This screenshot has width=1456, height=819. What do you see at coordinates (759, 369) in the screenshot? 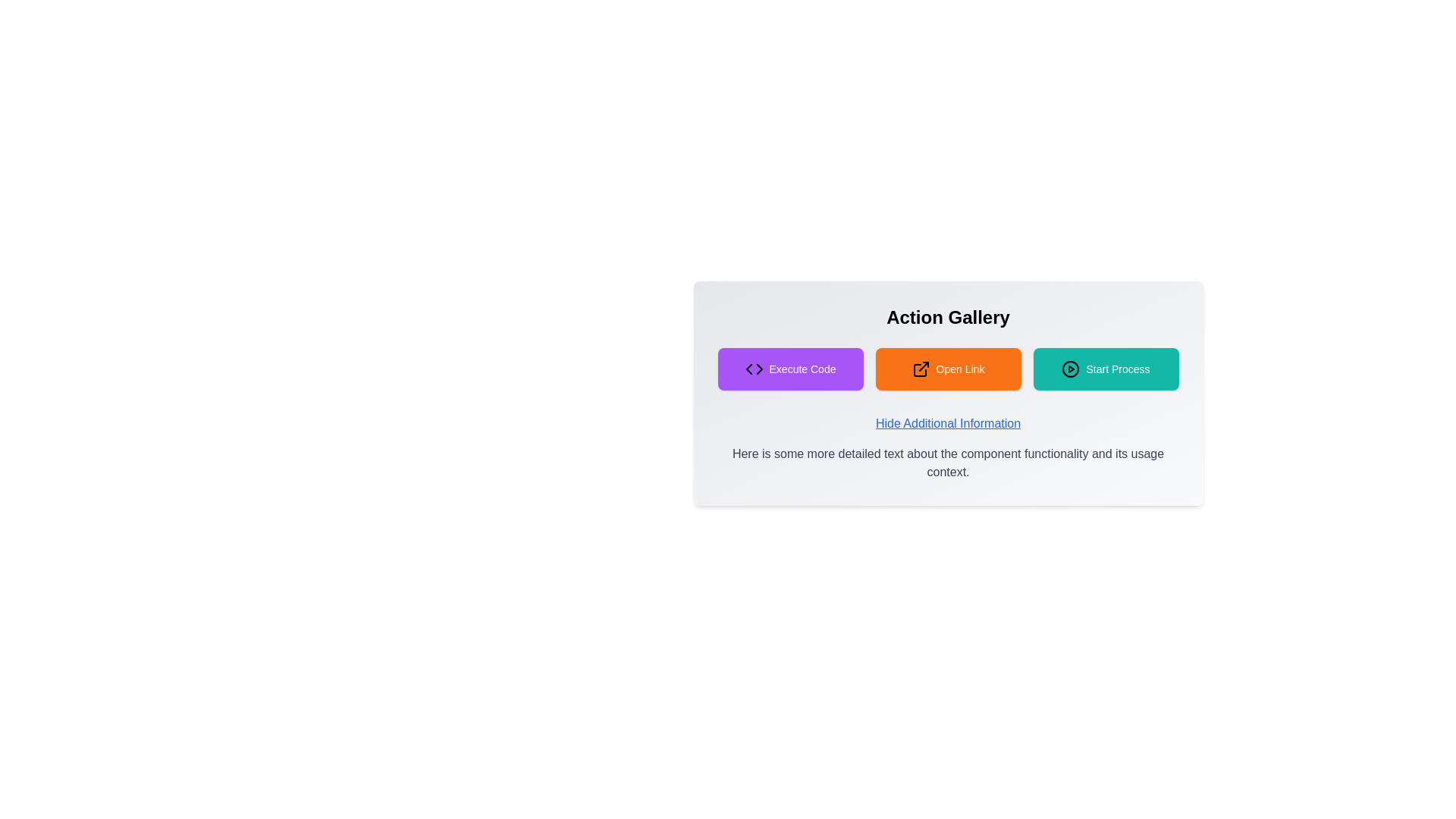
I see `second triangular pointer element, which is part of a larger graphical icon and positioned near the center, for debugging purposes` at bounding box center [759, 369].